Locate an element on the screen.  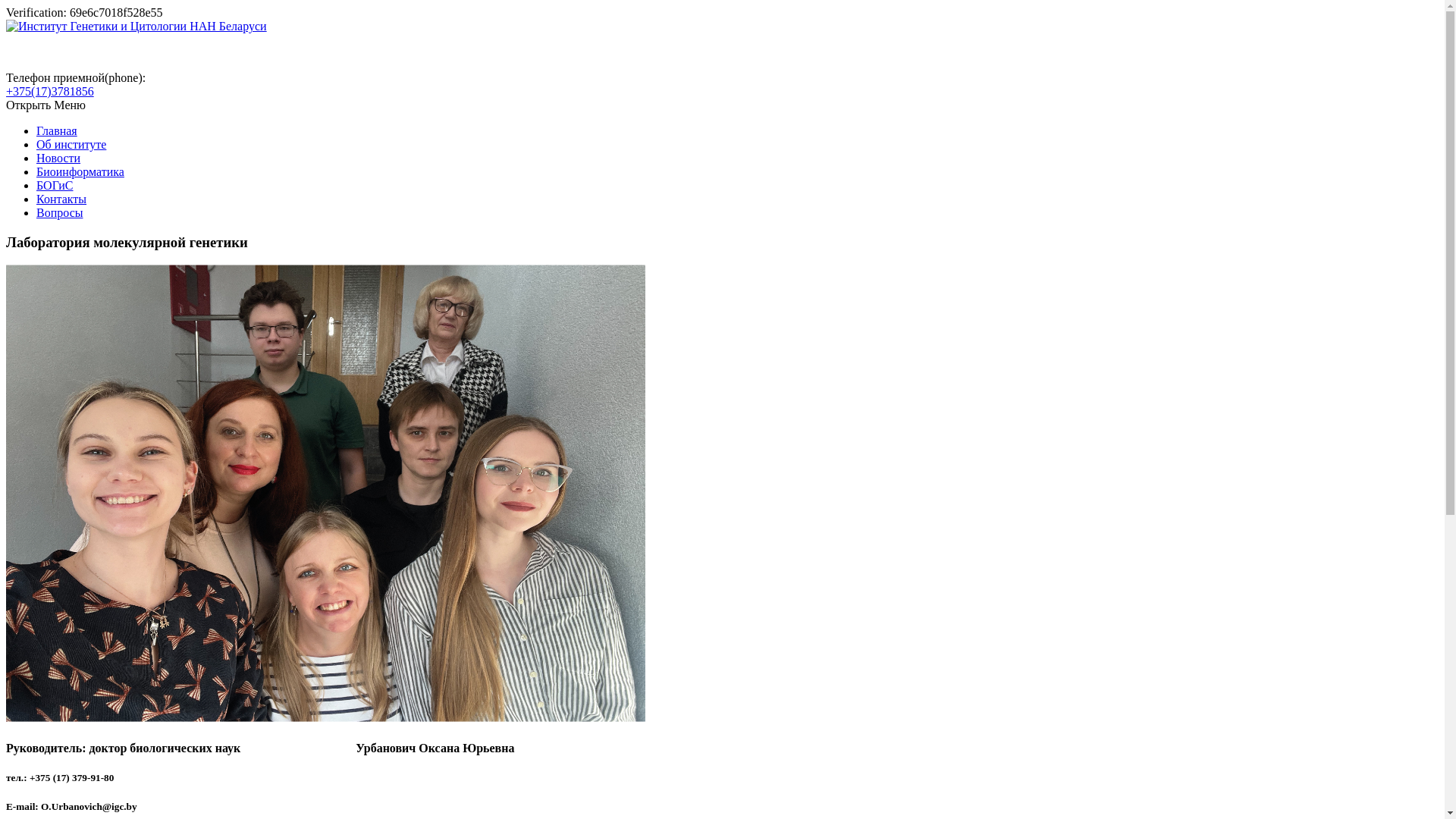
'+375(17)3781856' is located at coordinates (50, 91).